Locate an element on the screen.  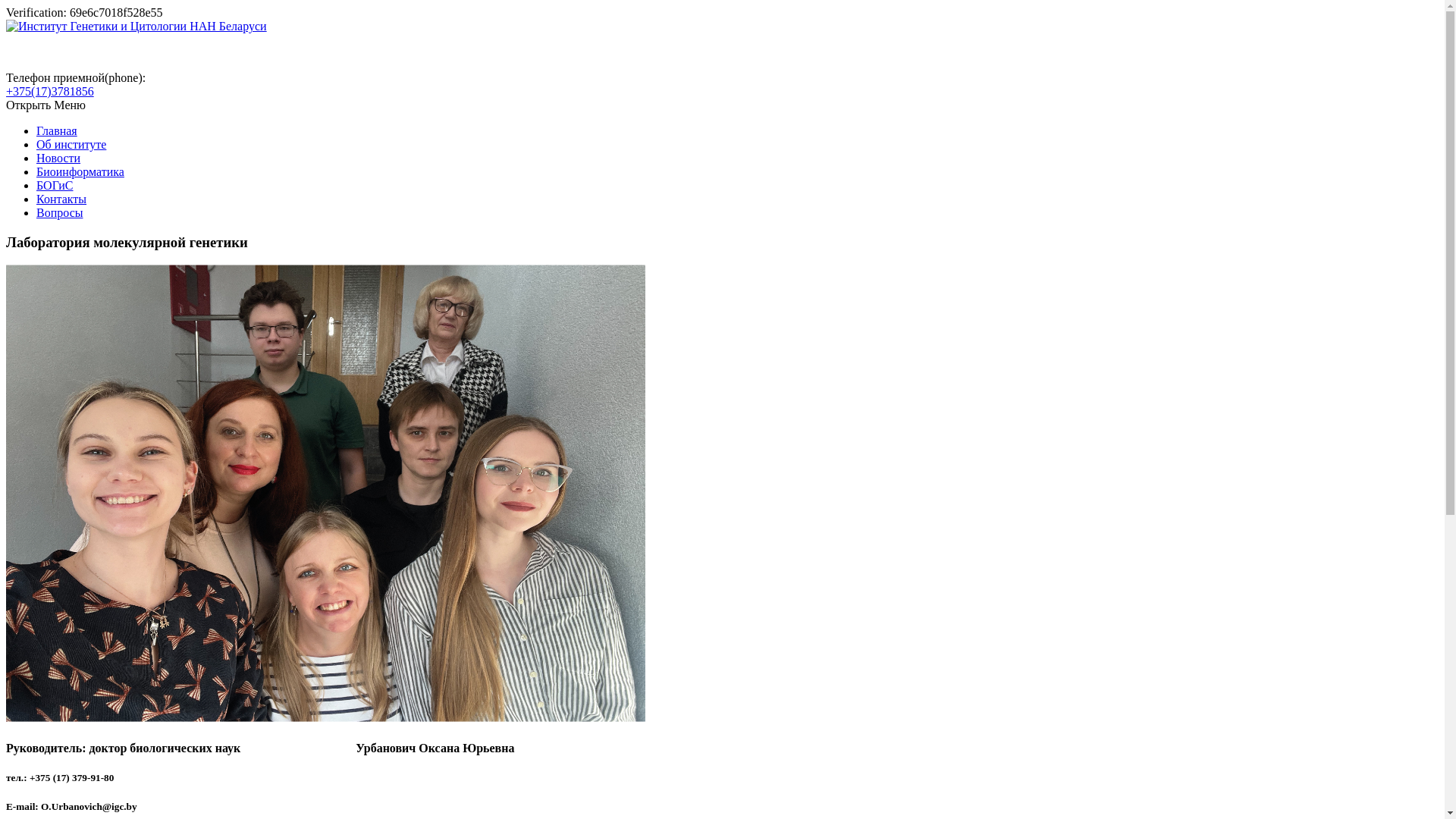
'+375(17)3781856' is located at coordinates (50, 91).